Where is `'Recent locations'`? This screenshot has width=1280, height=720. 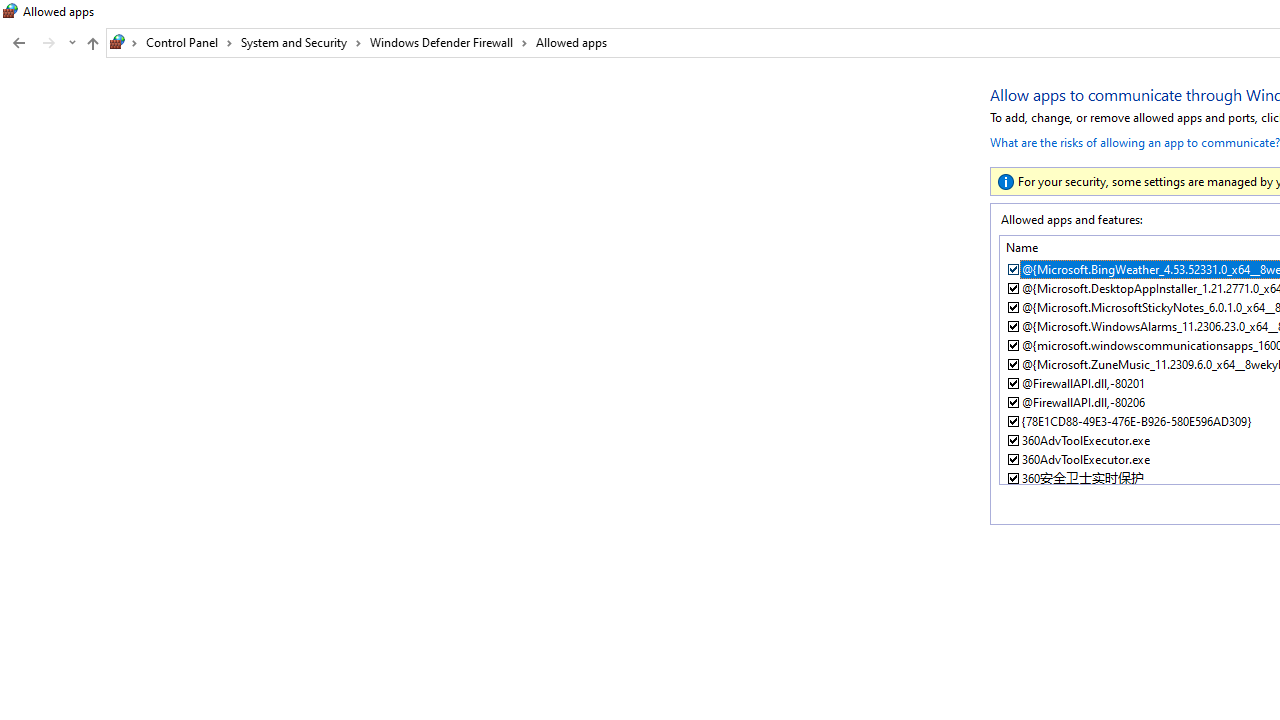 'Recent locations' is located at coordinates (71, 43).